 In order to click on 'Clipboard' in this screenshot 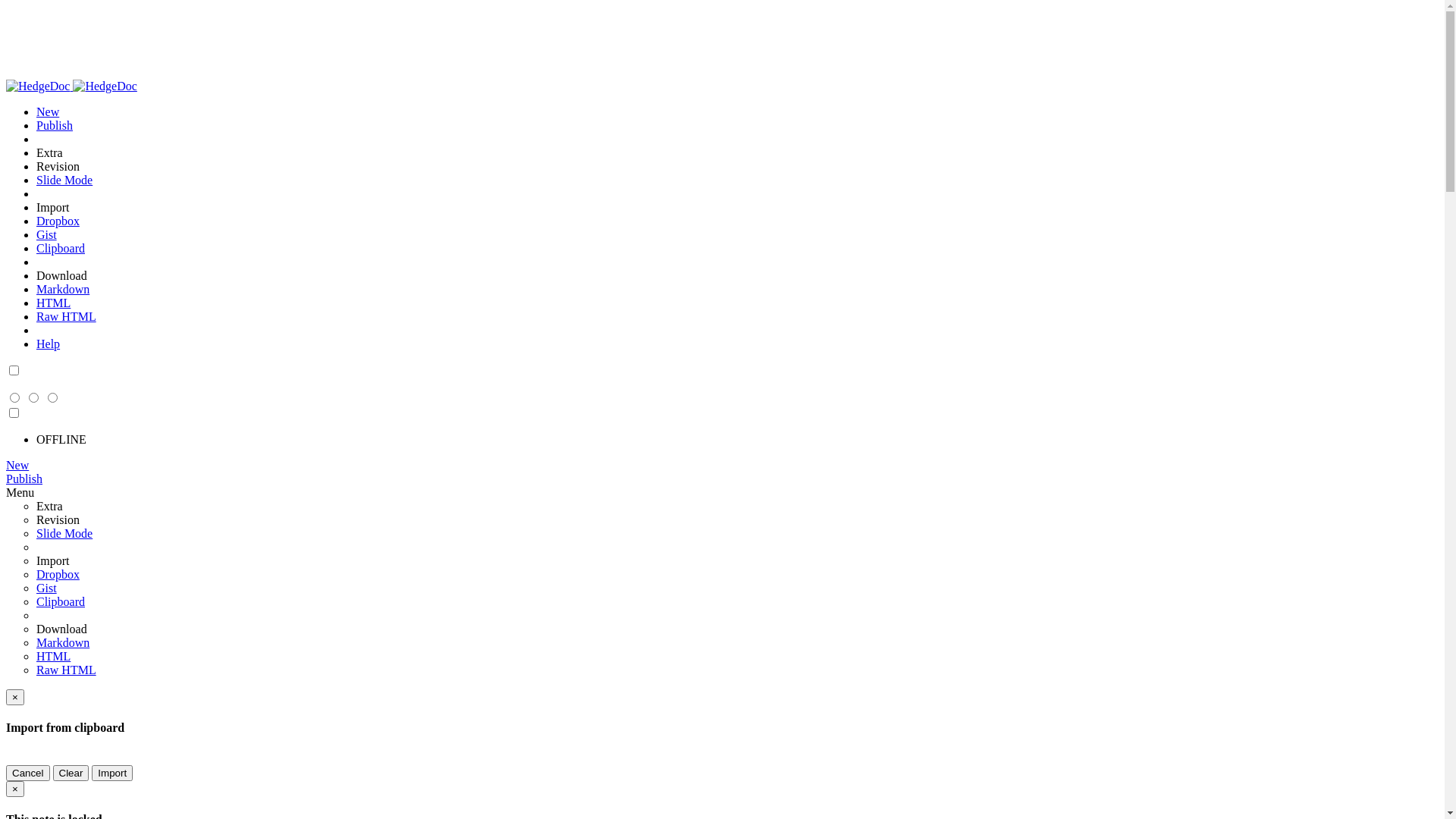, I will do `click(61, 247)`.